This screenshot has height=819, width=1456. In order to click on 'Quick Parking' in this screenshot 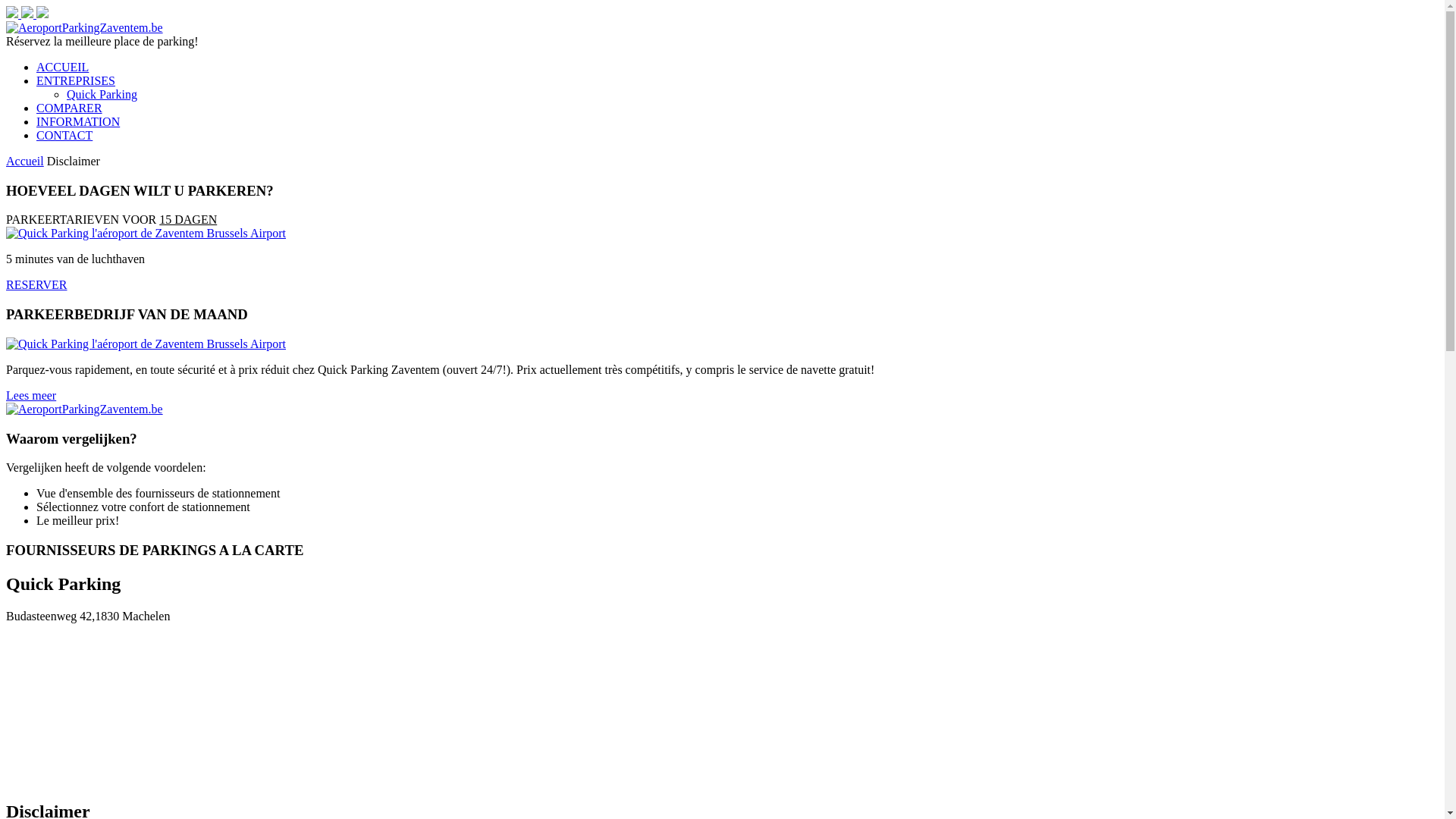, I will do `click(101, 94)`.